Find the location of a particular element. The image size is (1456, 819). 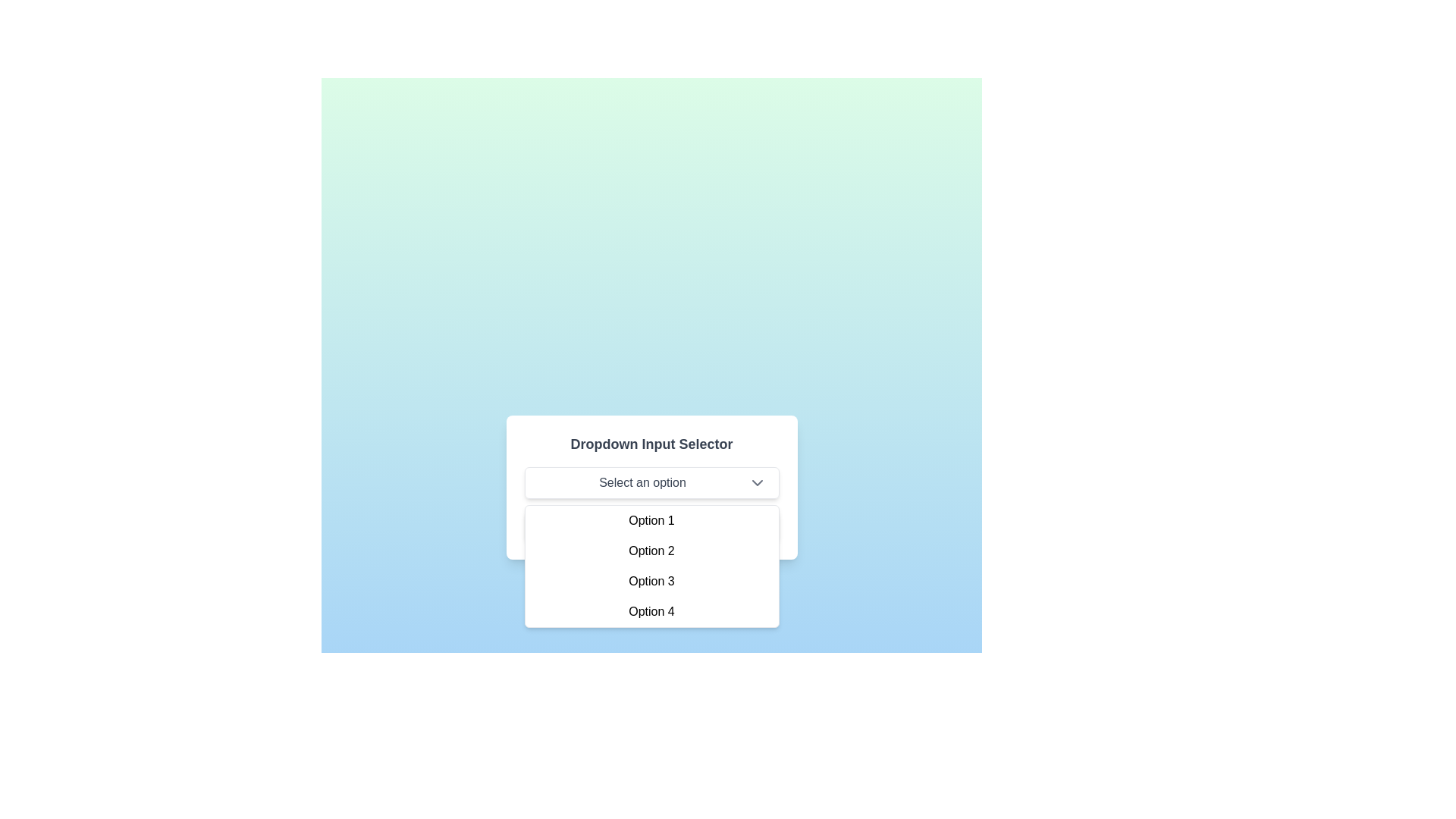

the header text 'Dropdown Input Selector', which is in bold, dark gray font and positioned at the top-center of the dropdown interface is located at coordinates (651, 444).